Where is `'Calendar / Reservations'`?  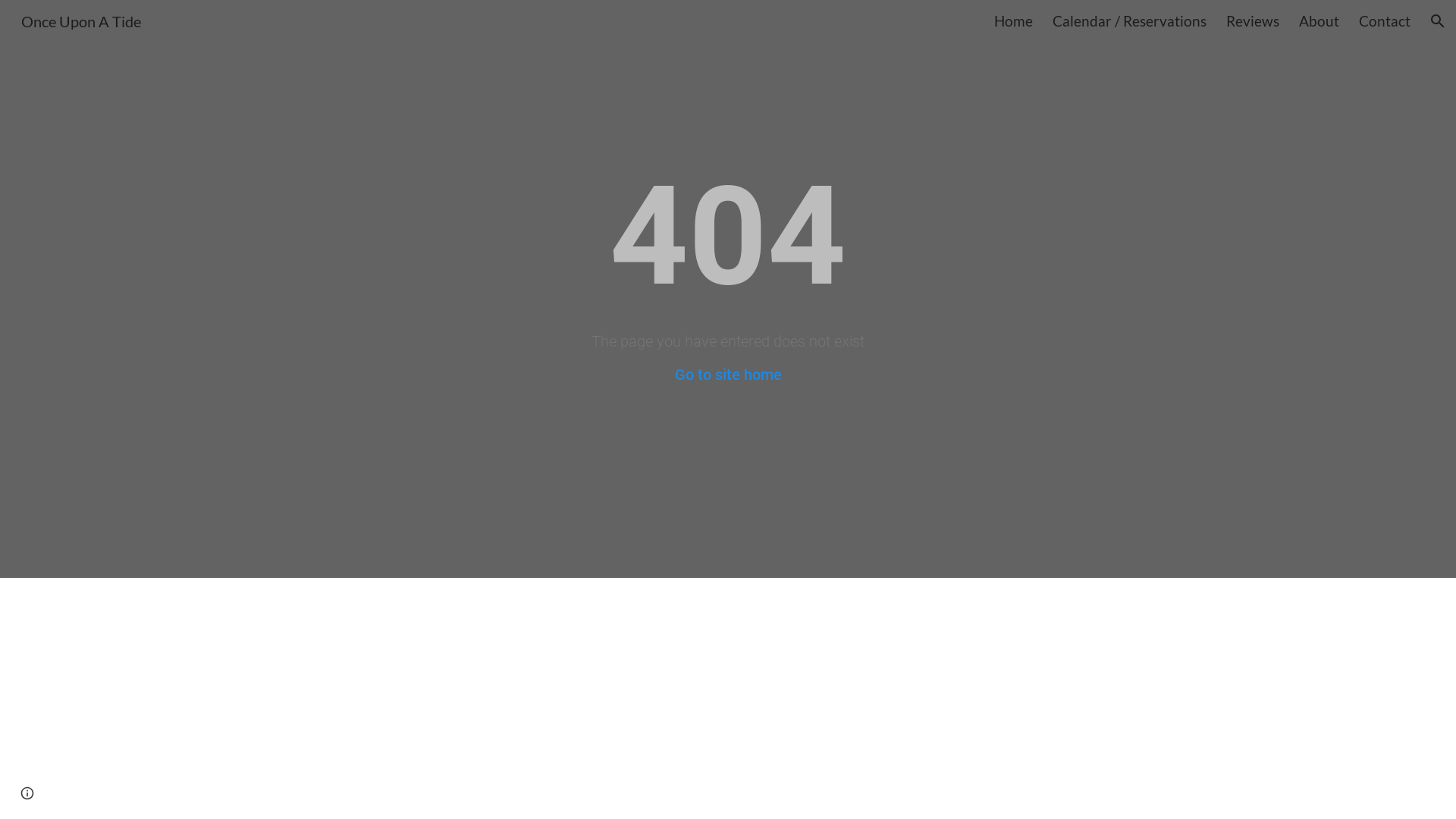 'Calendar / Reservations' is located at coordinates (1051, 20).